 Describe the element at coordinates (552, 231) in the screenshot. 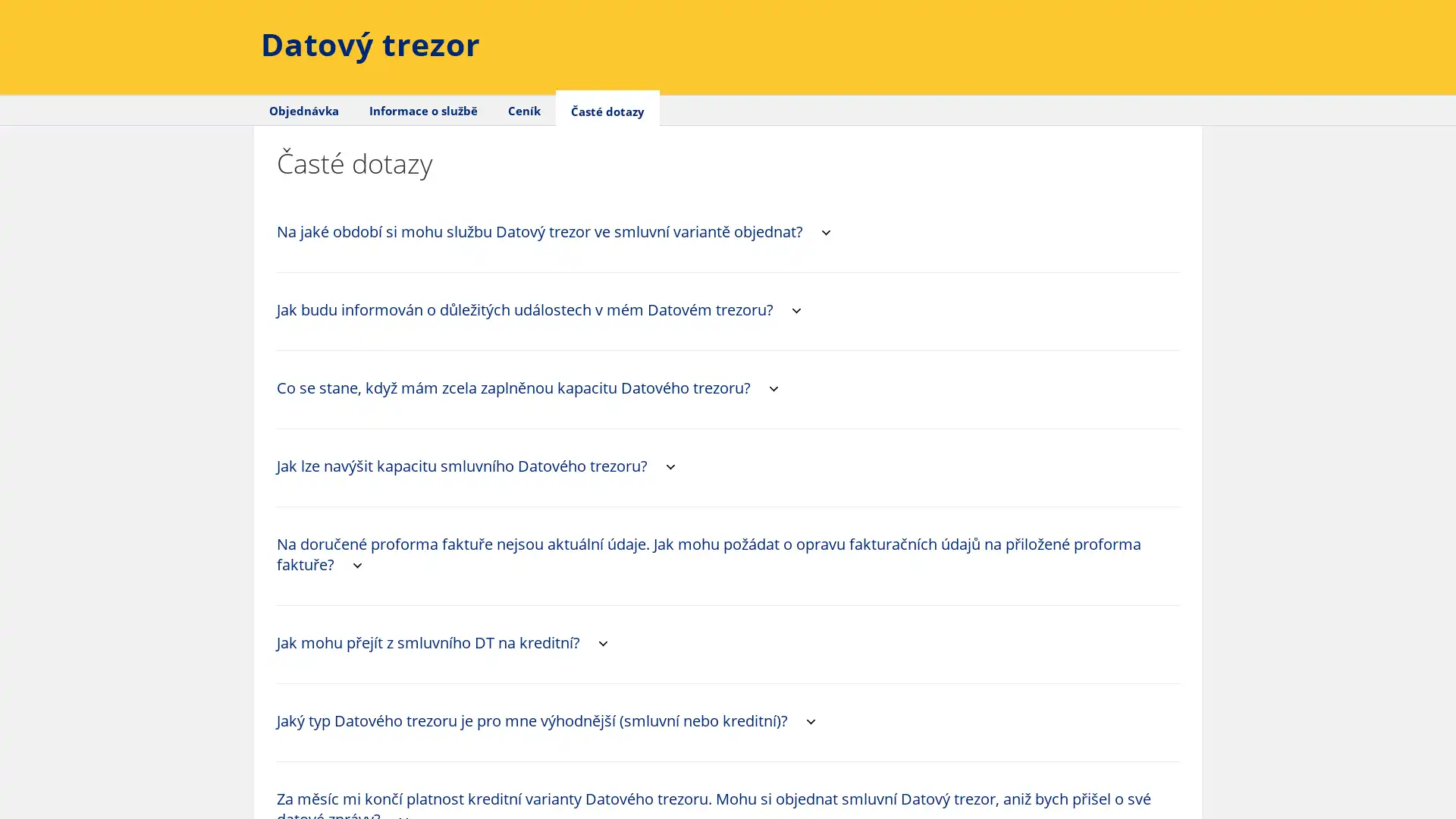

I see `Na jake obdobi si mohu sluzbu Datovy trezor ve smluvni variante objednat? collapse-arrow` at that location.